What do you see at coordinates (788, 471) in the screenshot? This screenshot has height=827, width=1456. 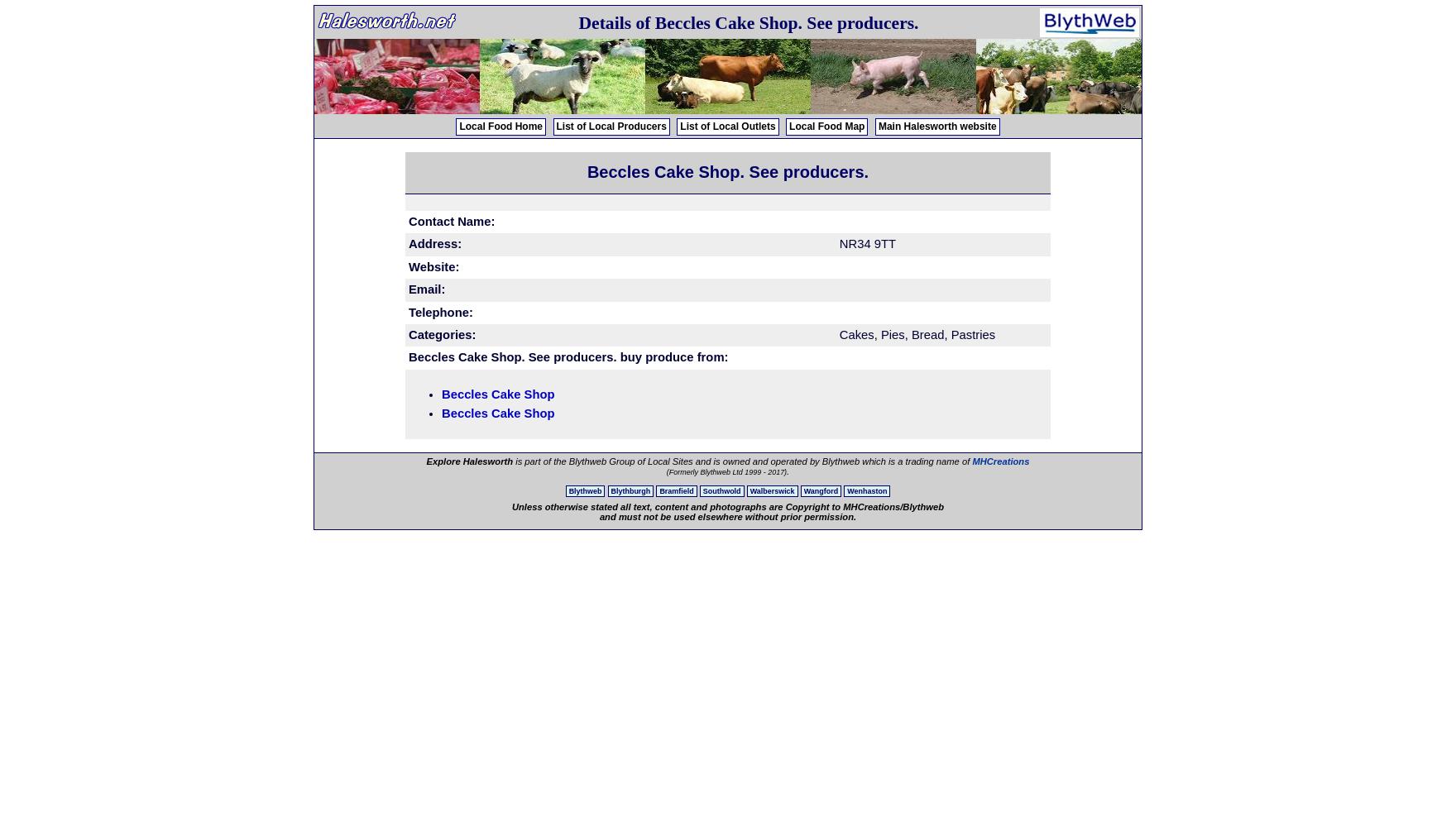 I see `'.'` at bounding box center [788, 471].